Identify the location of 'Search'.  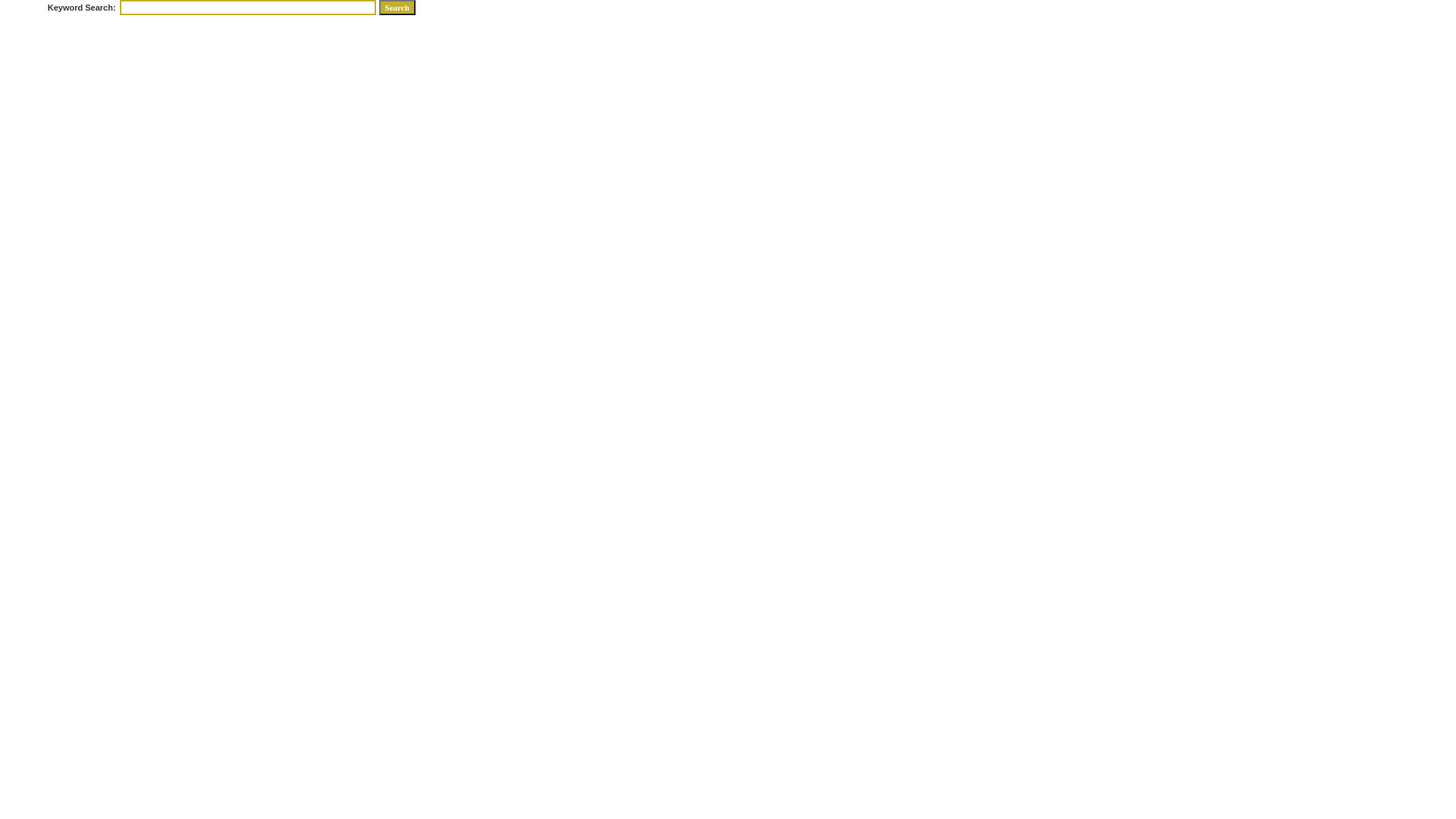
(397, 8).